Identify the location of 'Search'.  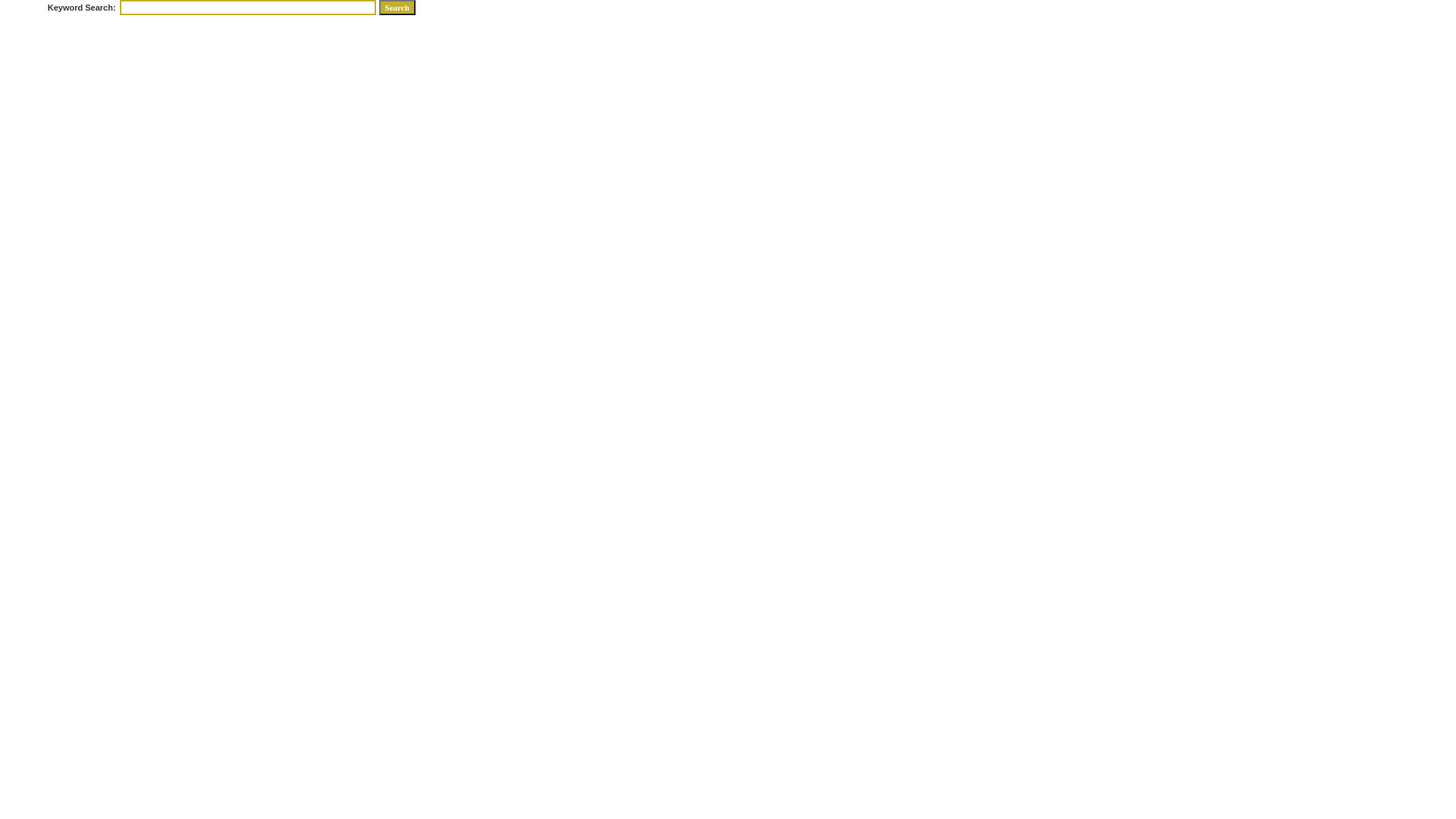
(397, 8).